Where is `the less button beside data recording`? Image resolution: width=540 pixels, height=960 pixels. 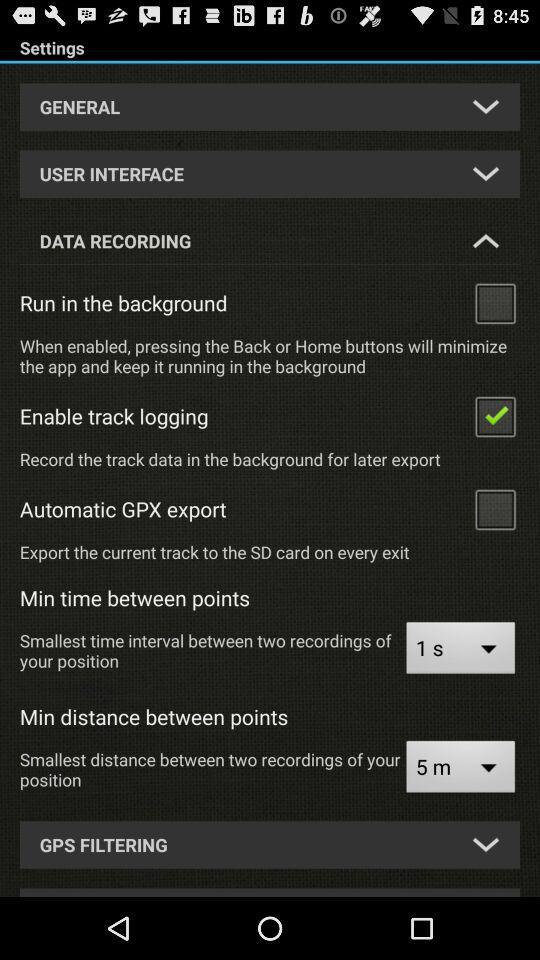
the less button beside data recording is located at coordinates (485, 240).